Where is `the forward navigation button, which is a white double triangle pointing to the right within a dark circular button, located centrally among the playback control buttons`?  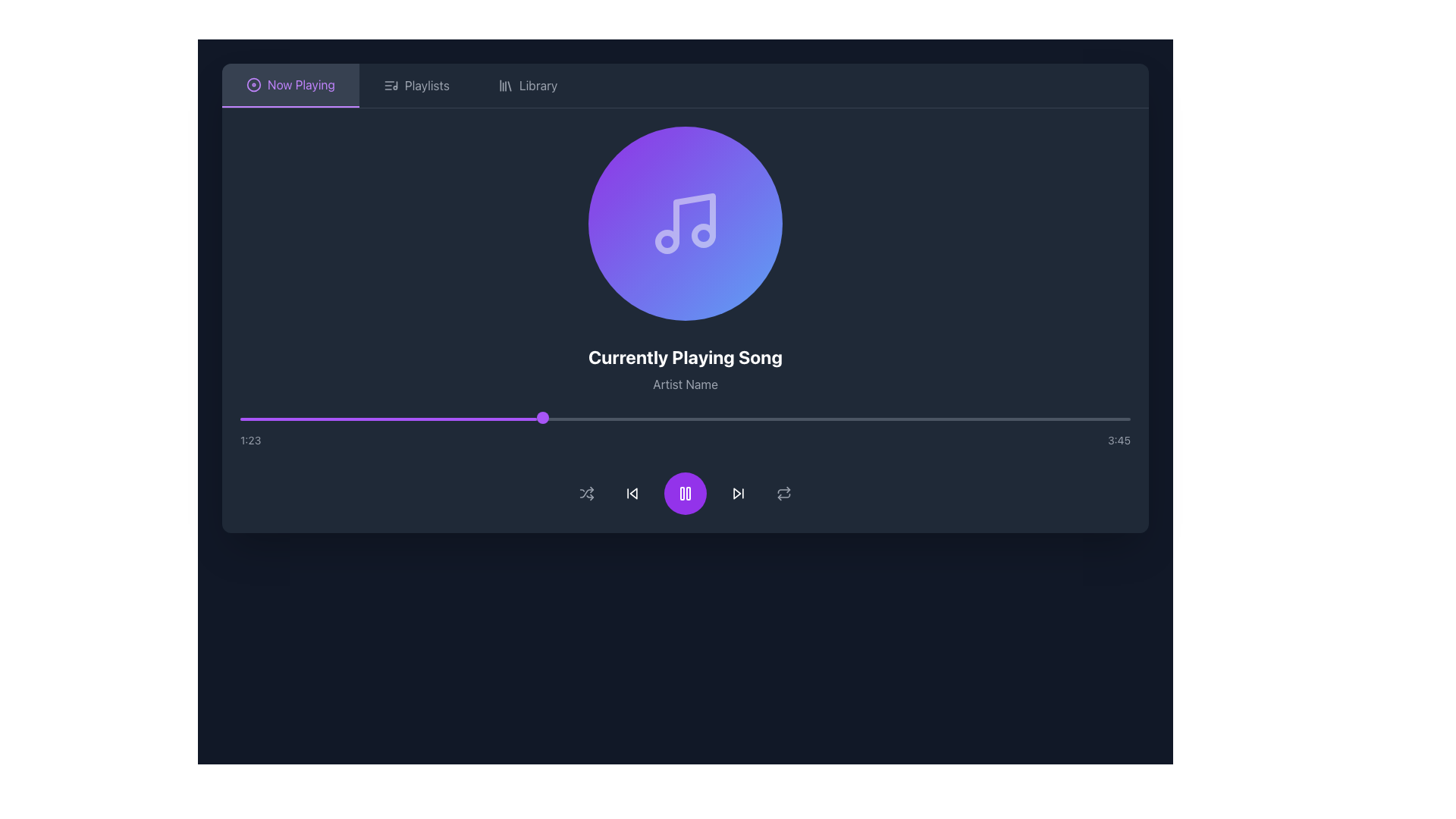
the forward navigation button, which is a white double triangle pointing to the right within a dark circular button, located centrally among the playback control buttons is located at coordinates (739, 494).